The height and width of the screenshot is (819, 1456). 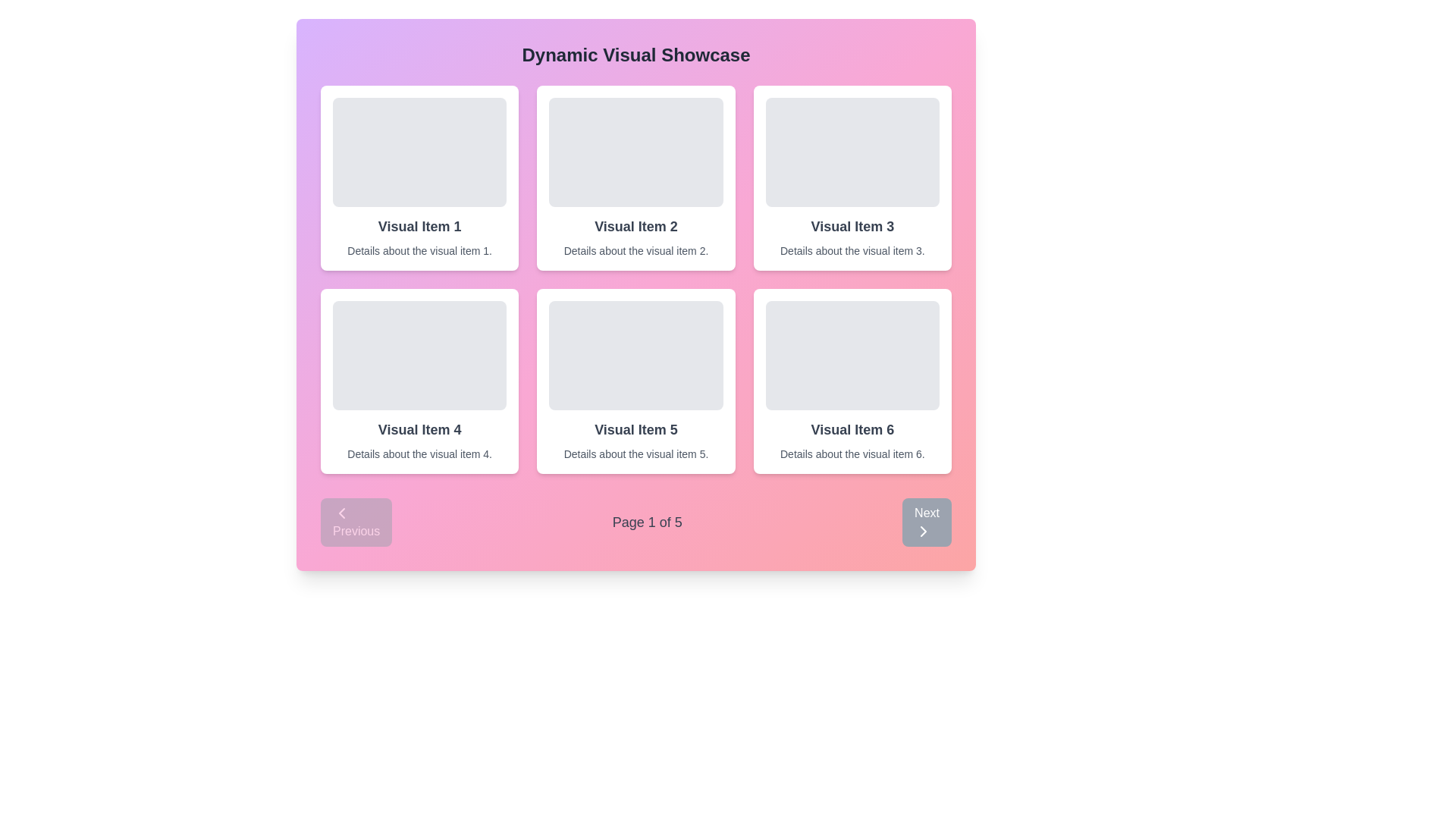 I want to click on the pagination button located to the right of the text 'Page 1 of 5', so click(x=926, y=522).